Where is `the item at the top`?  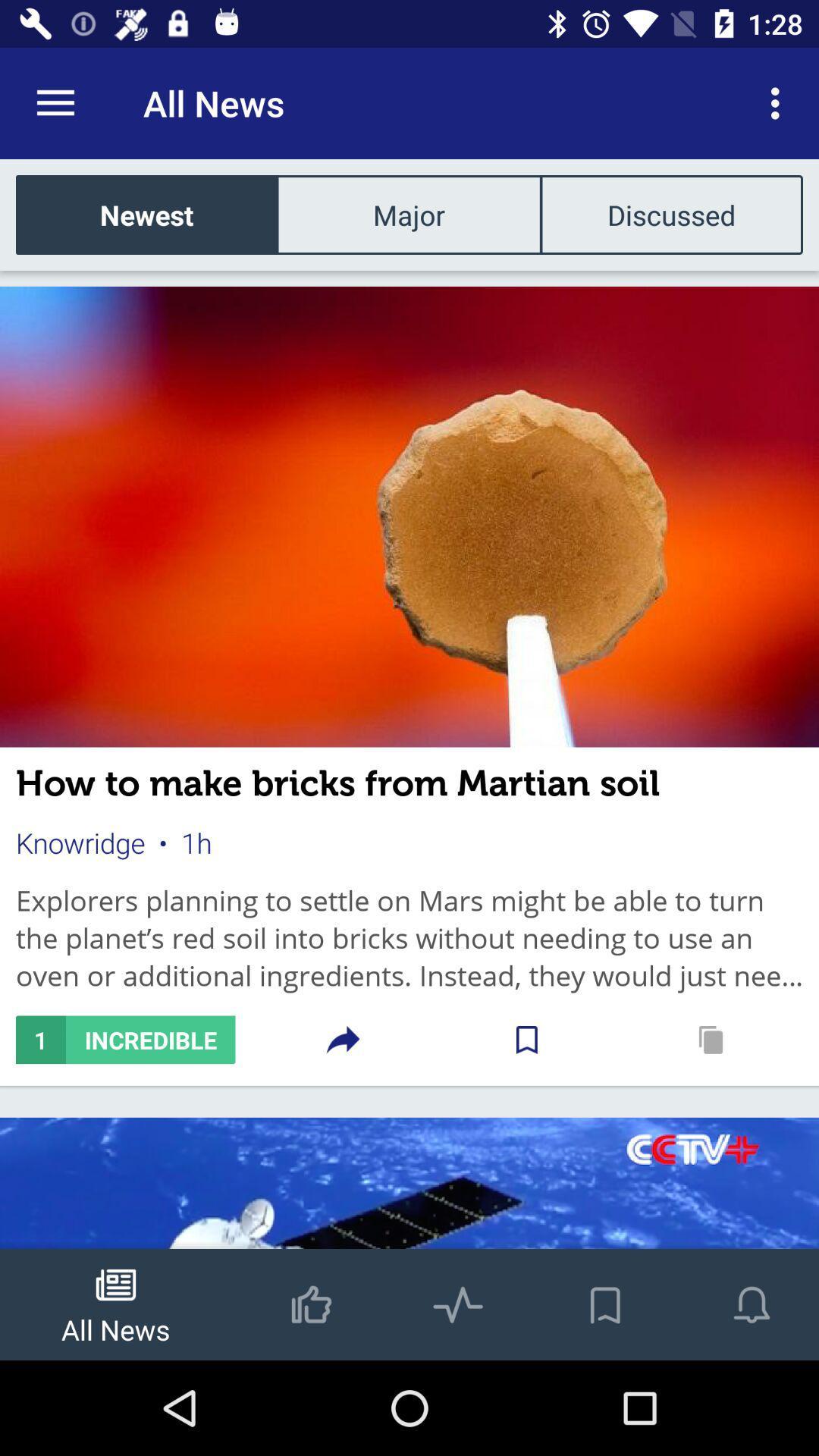 the item at the top is located at coordinates (408, 214).